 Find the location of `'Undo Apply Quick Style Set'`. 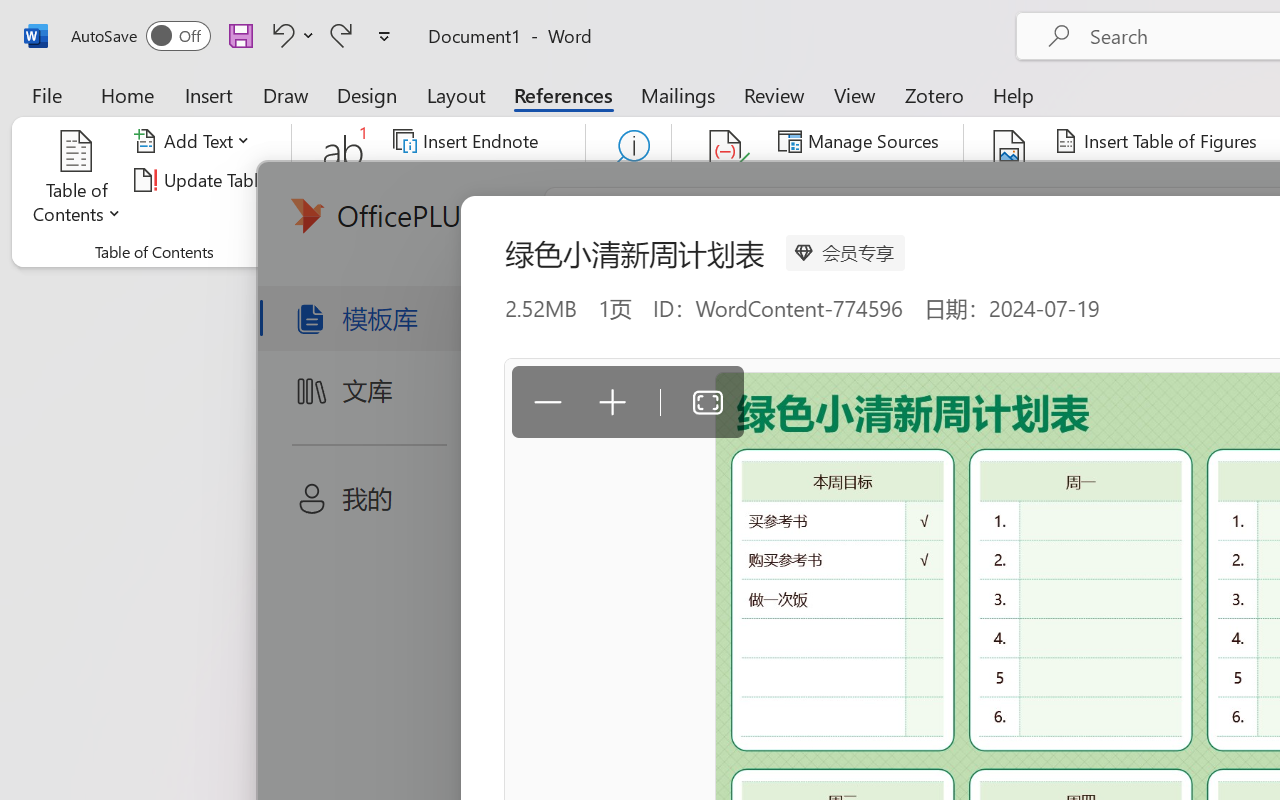

'Undo Apply Quick Style Set' is located at coordinates (289, 34).